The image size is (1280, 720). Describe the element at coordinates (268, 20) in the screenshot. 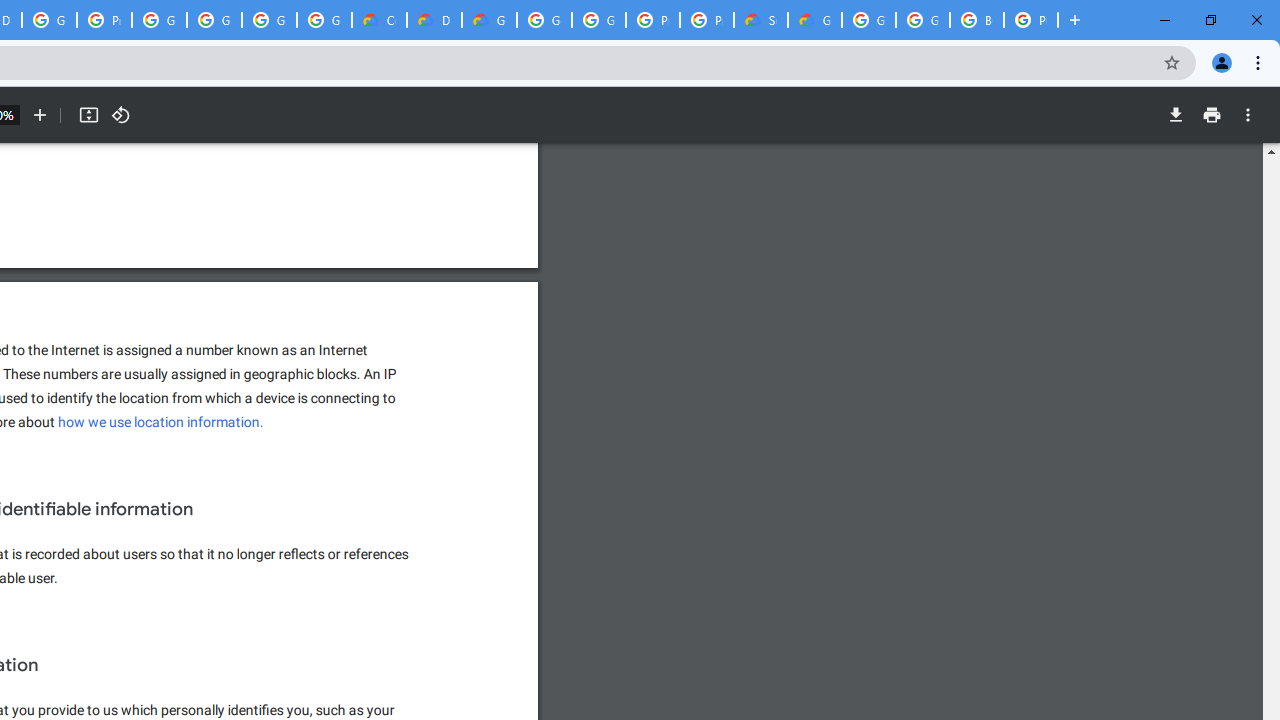

I see `'Google Workspace - Specific Terms'` at that location.